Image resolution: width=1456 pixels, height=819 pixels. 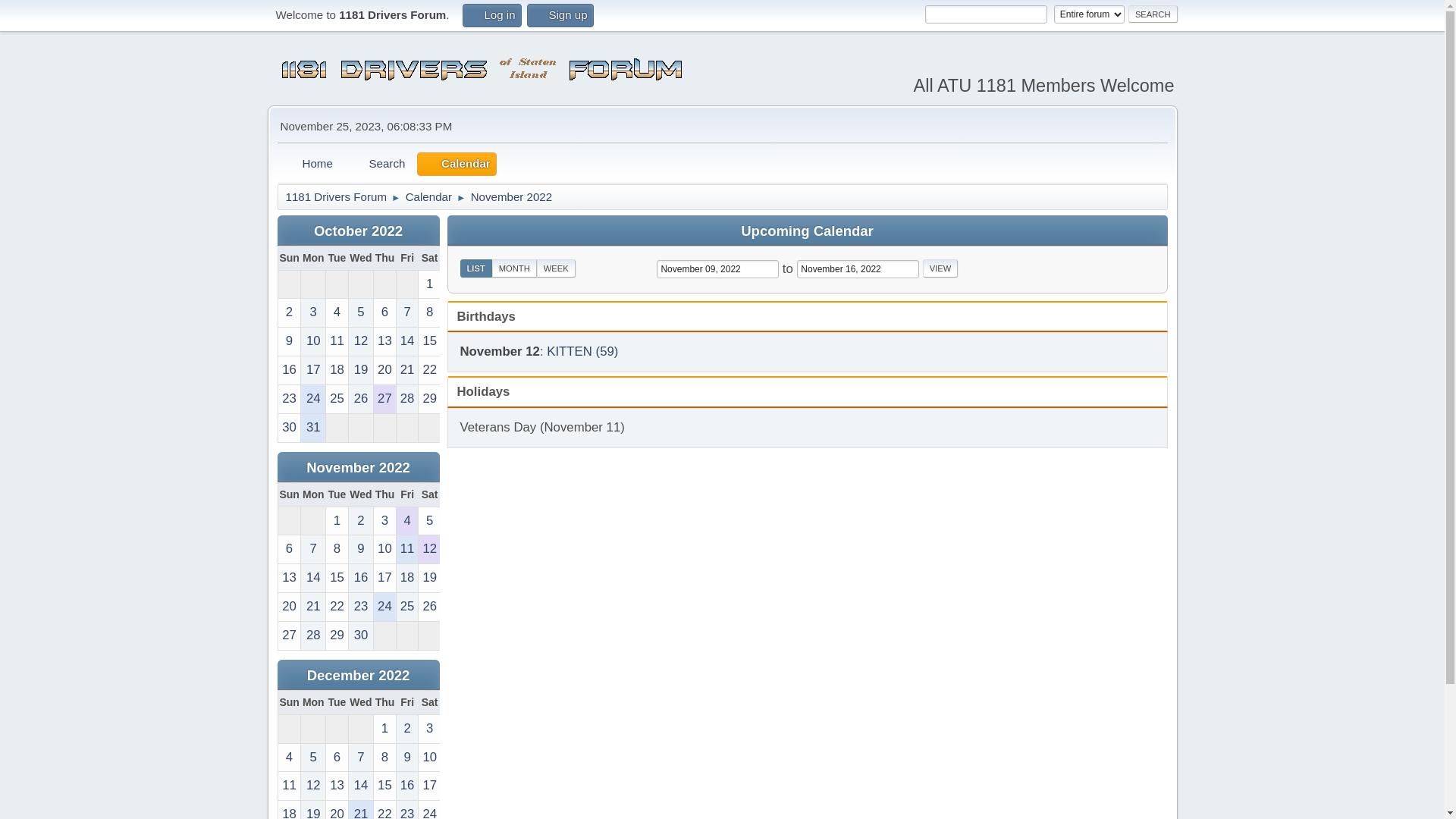 I want to click on '12', so click(x=301, y=785).